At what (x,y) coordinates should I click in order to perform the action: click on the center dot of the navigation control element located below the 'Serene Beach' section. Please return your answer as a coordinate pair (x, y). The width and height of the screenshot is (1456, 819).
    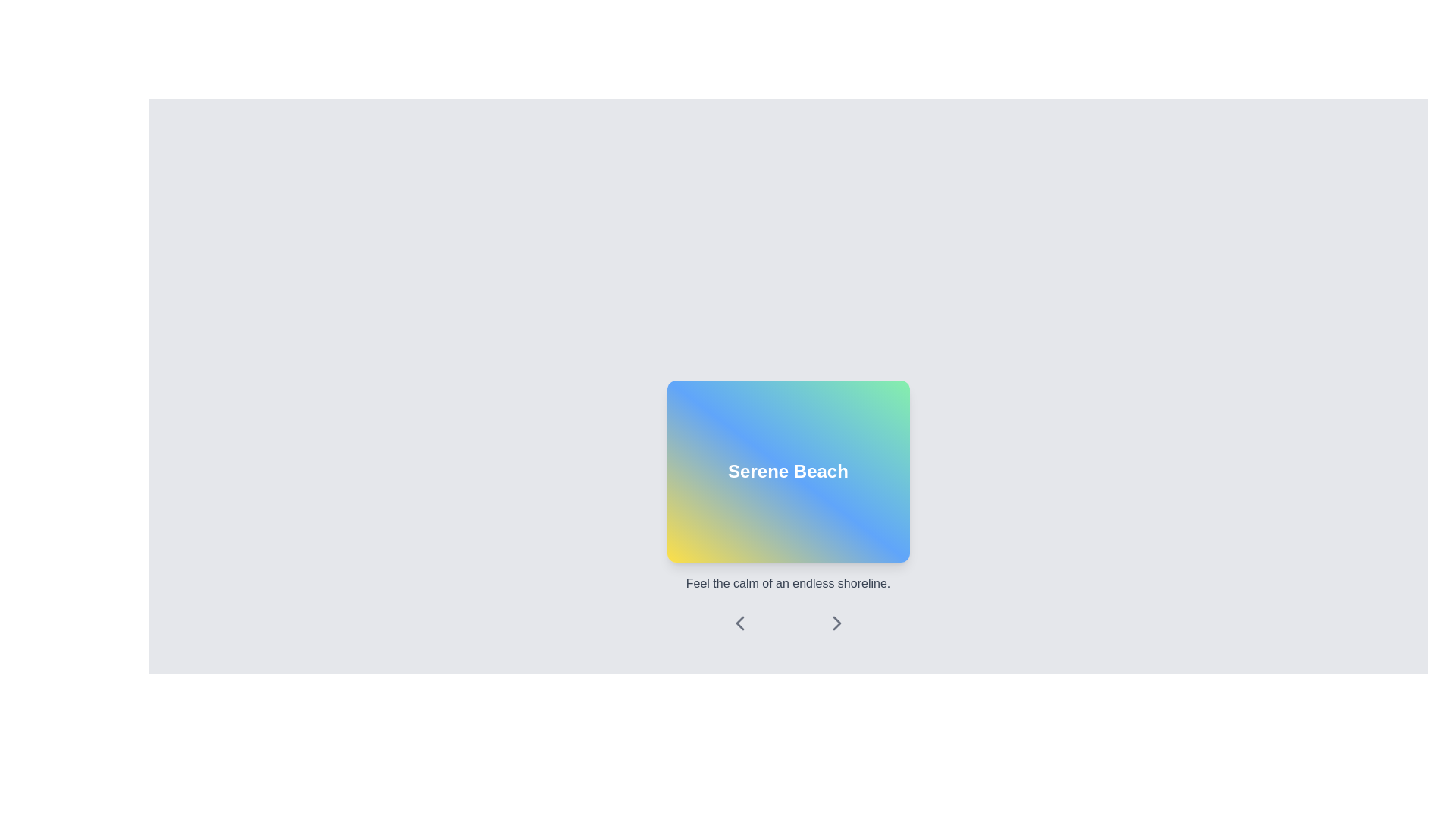
    Looking at the image, I should click on (788, 623).